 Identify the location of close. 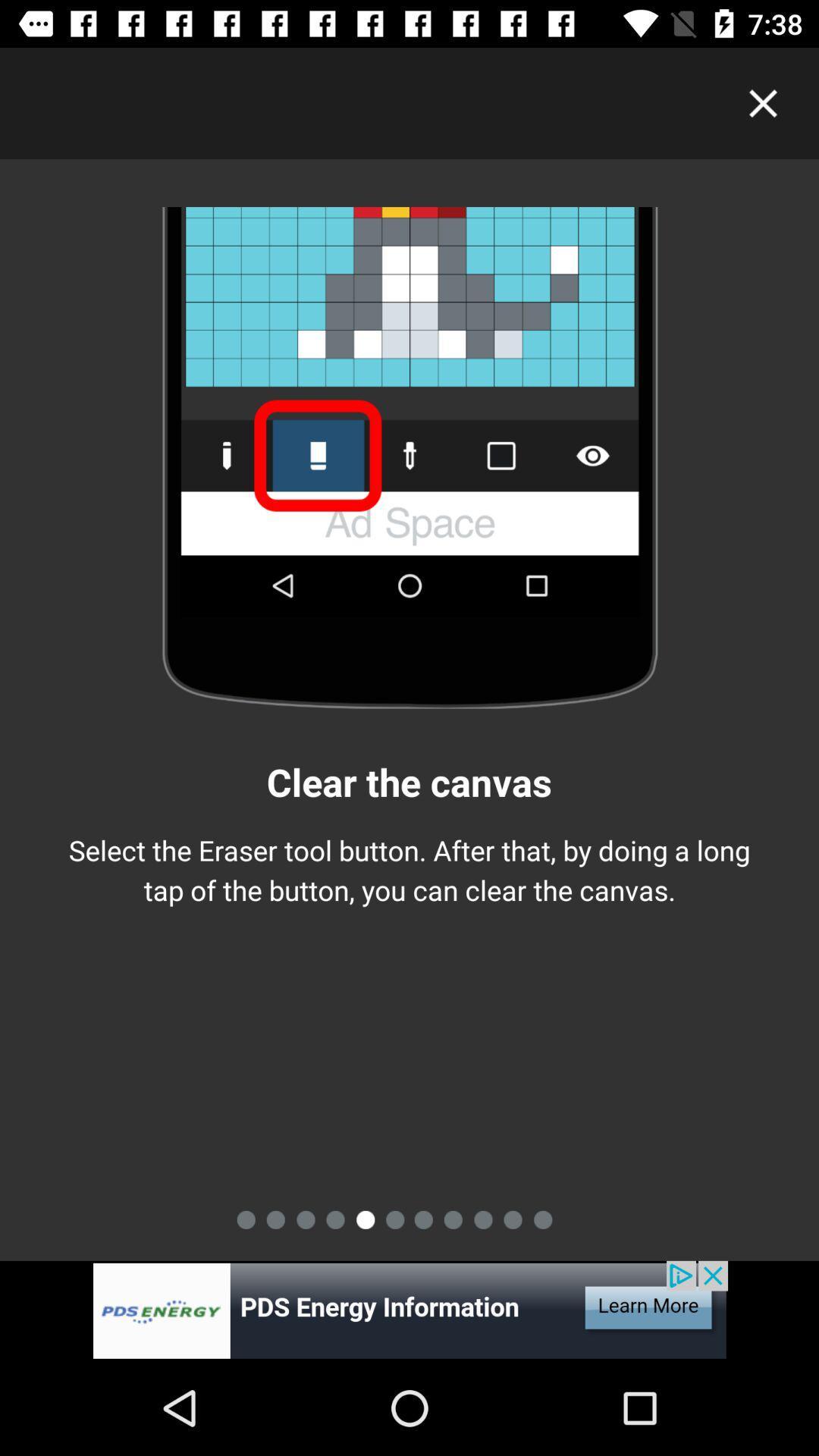
(763, 102).